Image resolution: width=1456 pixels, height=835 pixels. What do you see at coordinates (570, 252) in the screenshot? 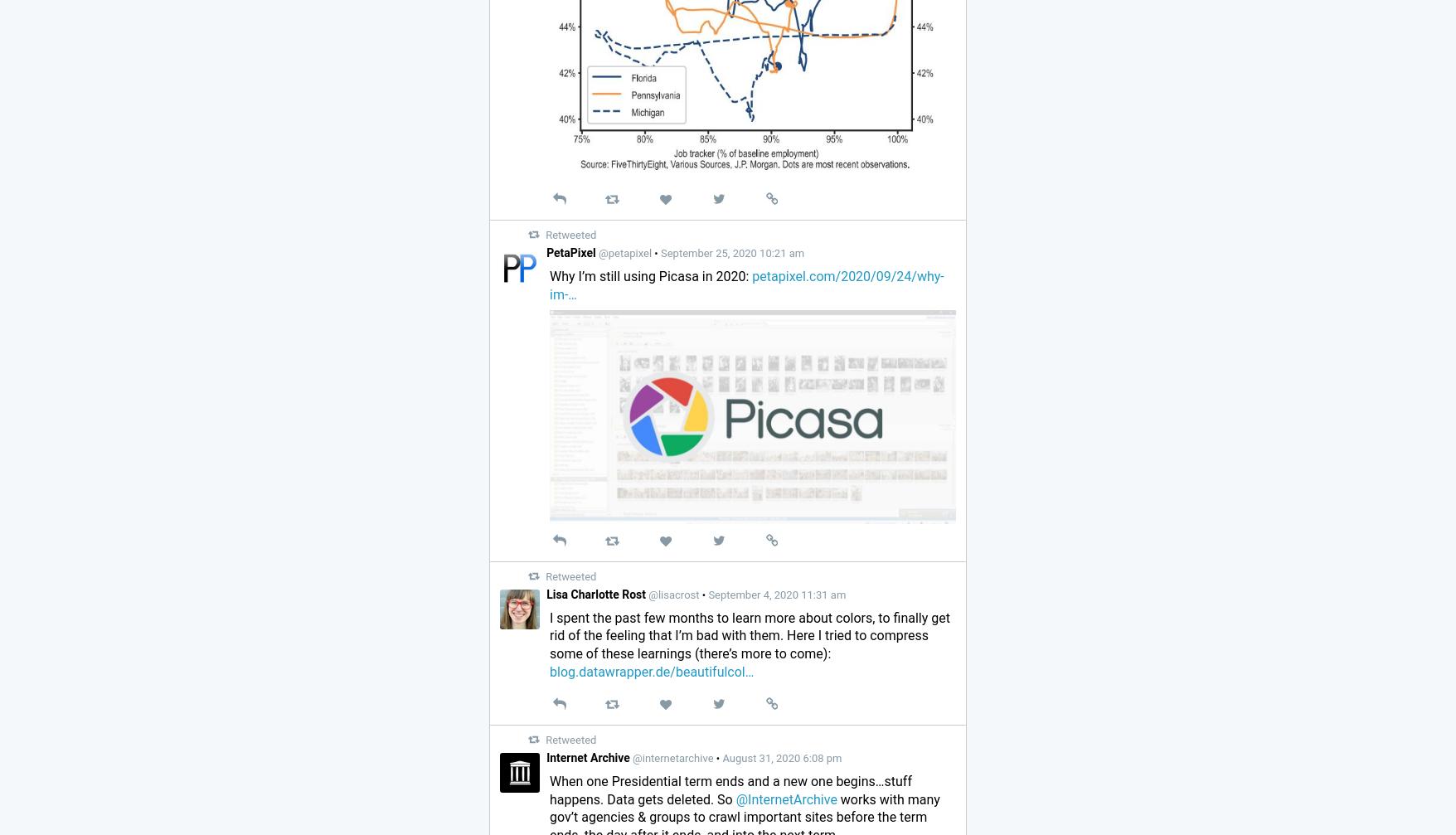
I see `'PetaPixel'` at bounding box center [570, 252].